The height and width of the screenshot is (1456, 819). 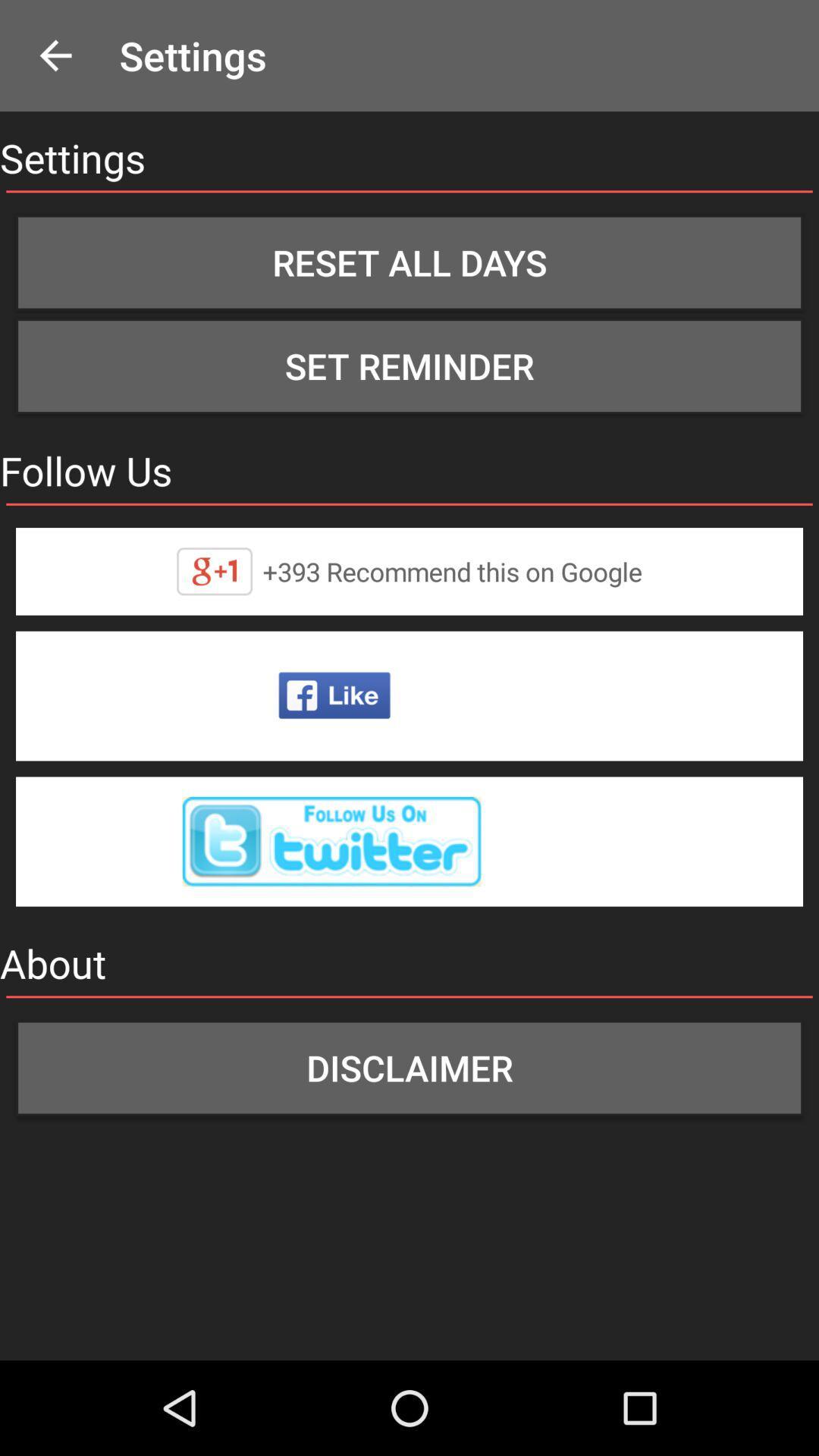 I want to click on set reminder icon, so click(x=409, y=366).